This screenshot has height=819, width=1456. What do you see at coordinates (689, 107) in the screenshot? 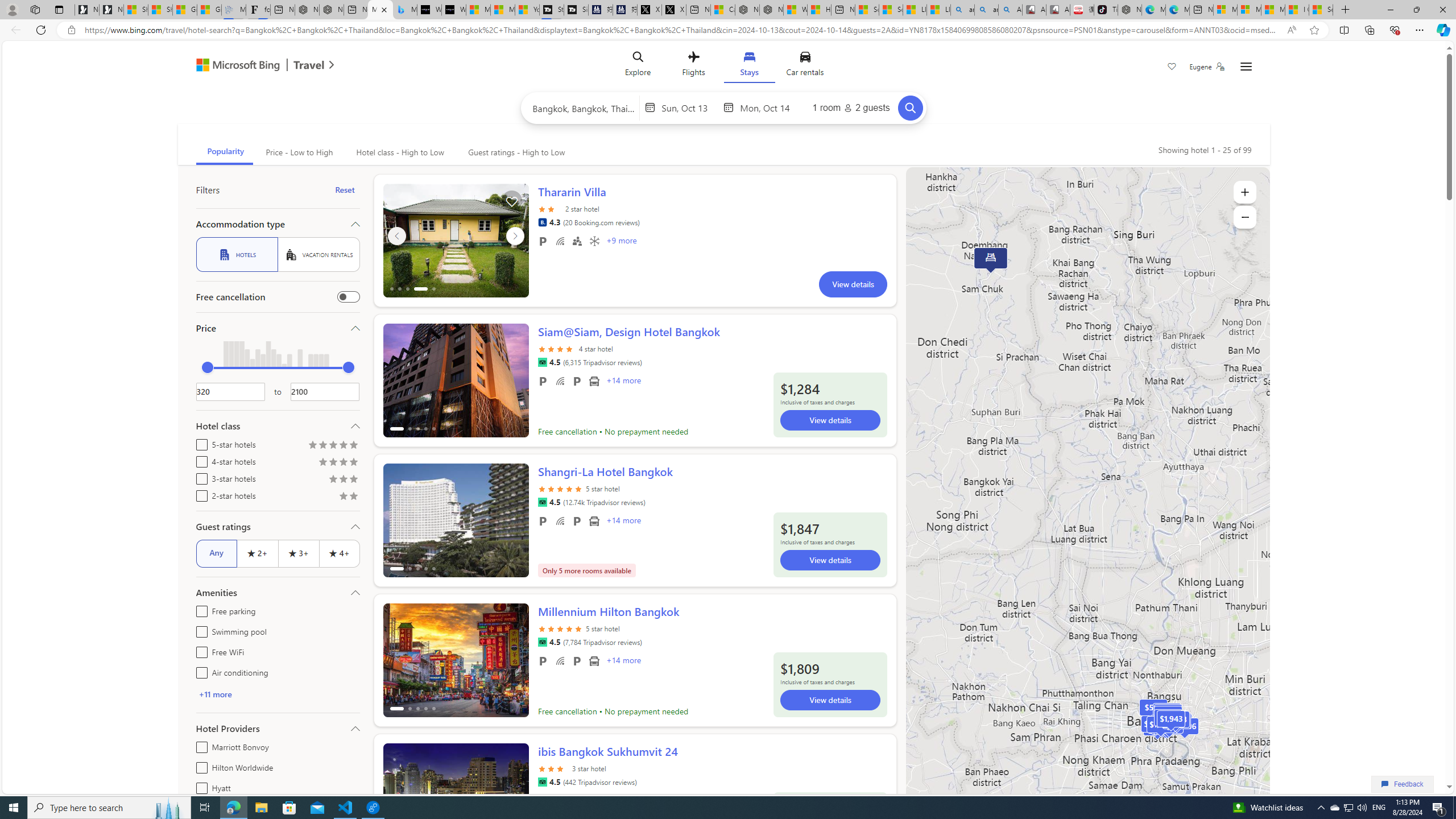
I see `'Start Date'` at bounding box center [689, 107].